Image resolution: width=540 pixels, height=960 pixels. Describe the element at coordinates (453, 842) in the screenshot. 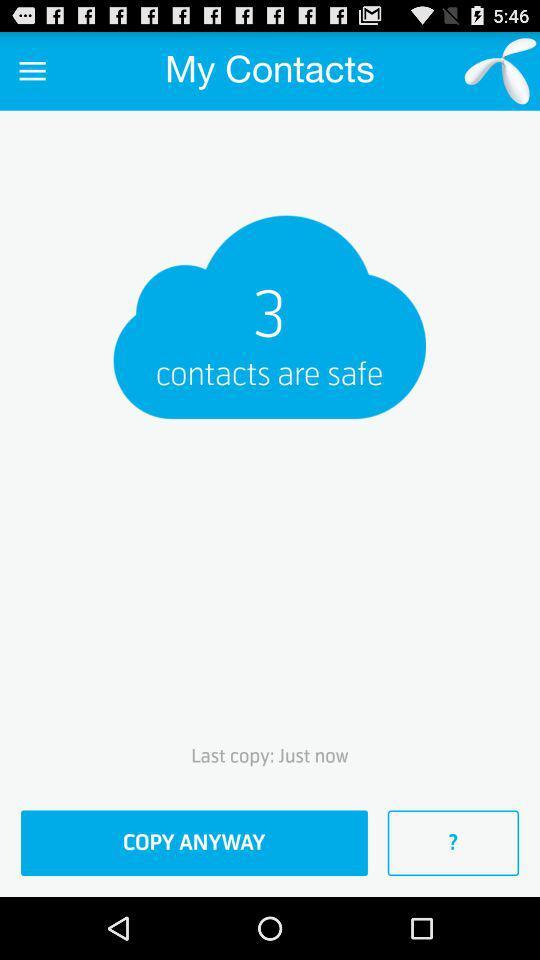

I see `?  at the bottom right corner` at that location.